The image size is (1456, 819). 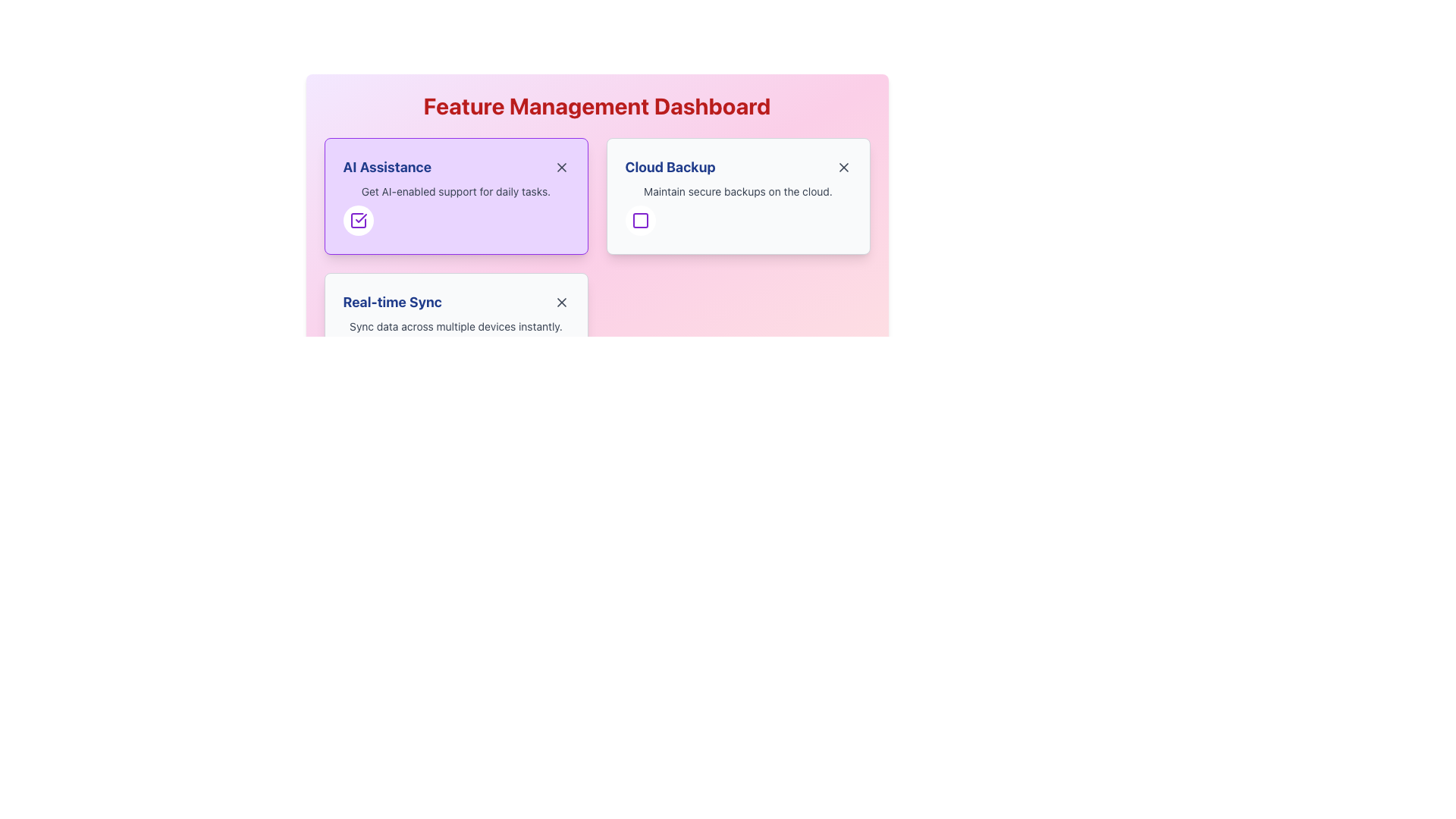 I want to click on the interactive button in the bottom left of the 'Cloud Backup' feature card, so click(x=640, y=220).